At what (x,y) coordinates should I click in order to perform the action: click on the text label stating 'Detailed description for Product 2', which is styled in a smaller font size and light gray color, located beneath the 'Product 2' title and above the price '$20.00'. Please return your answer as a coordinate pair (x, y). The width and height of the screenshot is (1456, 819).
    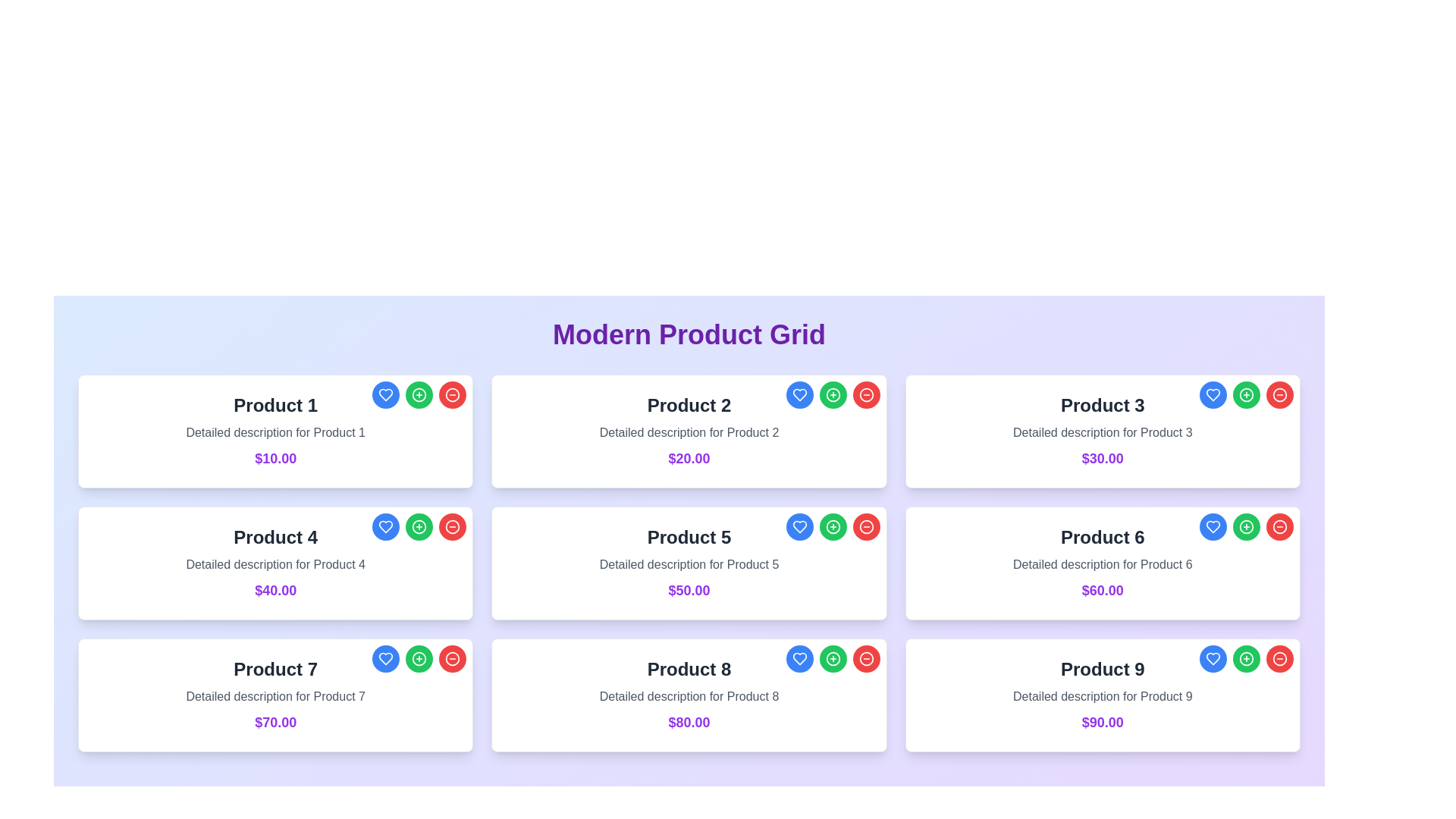
    Looking at the image, I should click on (688, 432).